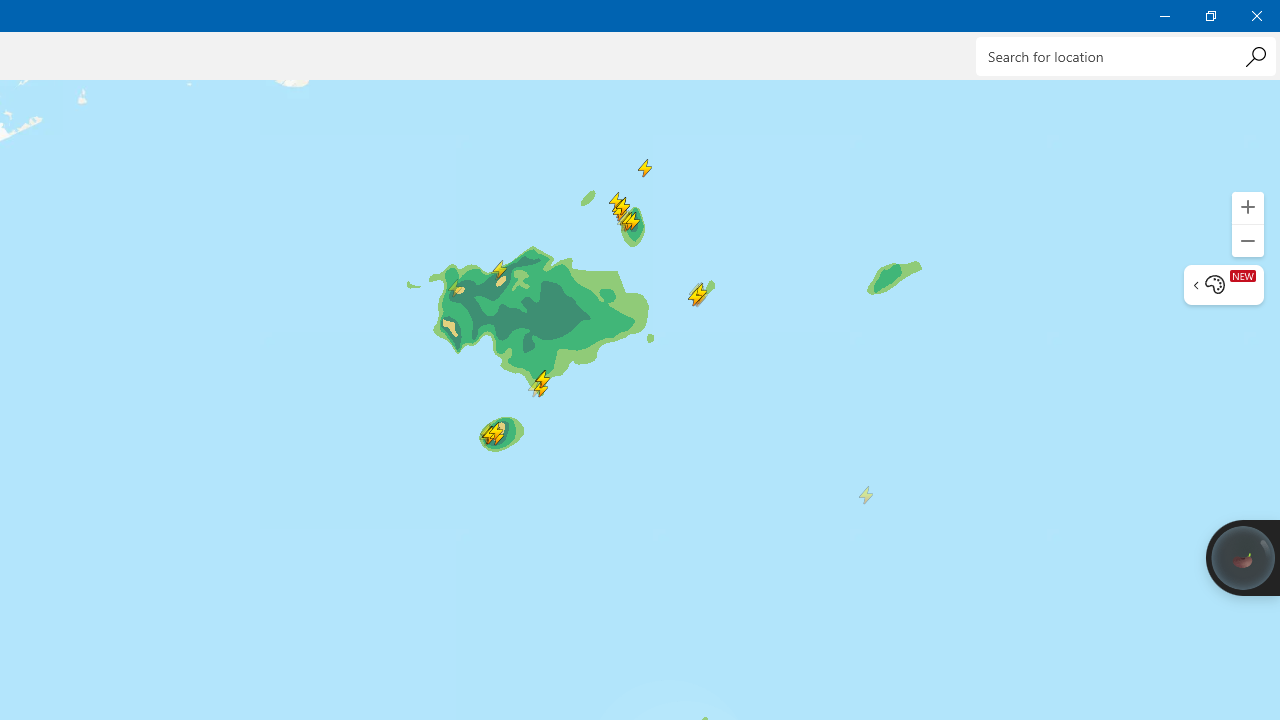 Image resolution: width=1280 pixels, height=720 pixels. I want to click on 'Search', so click(1254, 55).